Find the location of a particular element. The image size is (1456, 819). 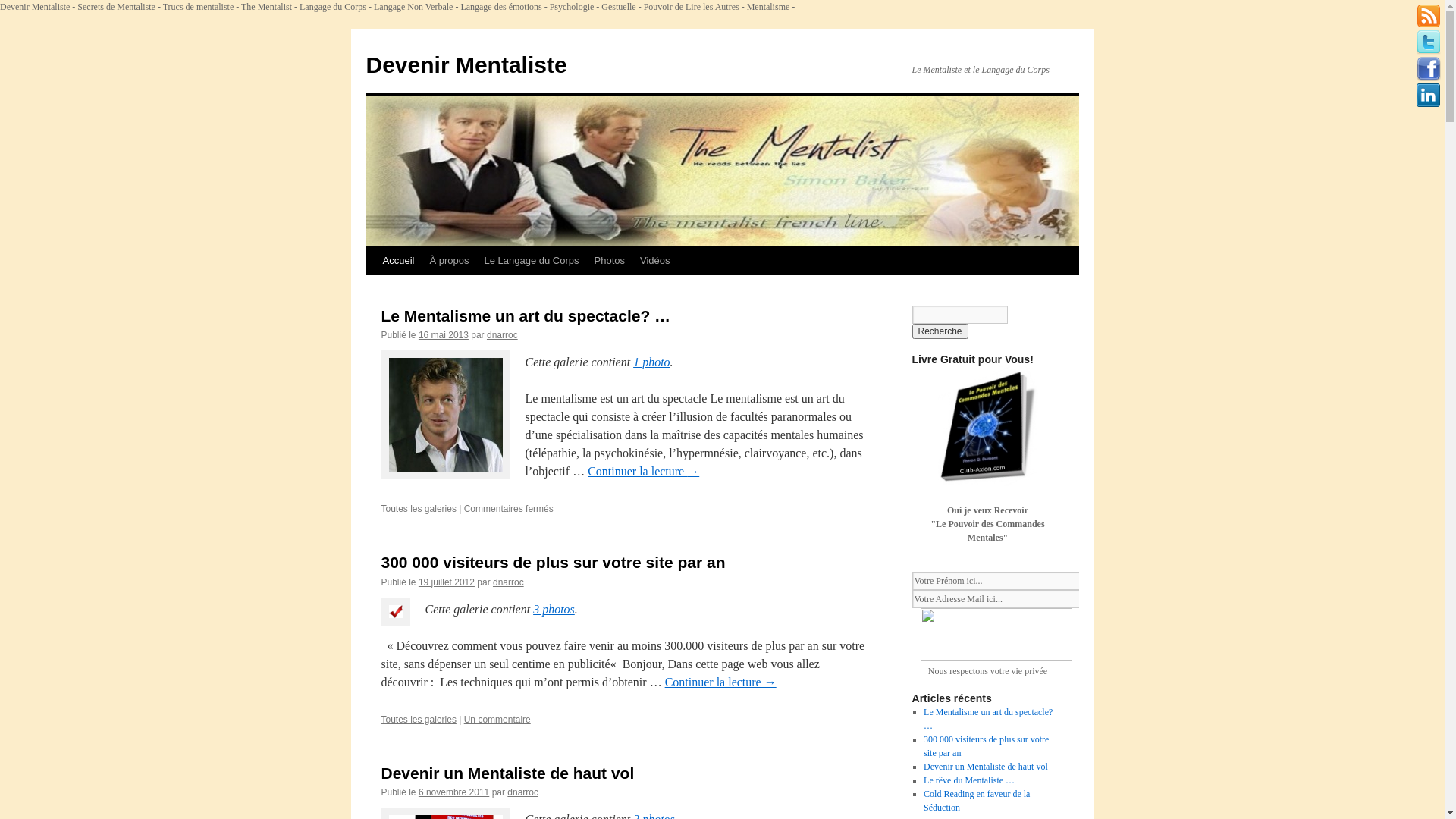

'Devenir un Mentaliste de haut vol' is located at coordinates (986, 766).